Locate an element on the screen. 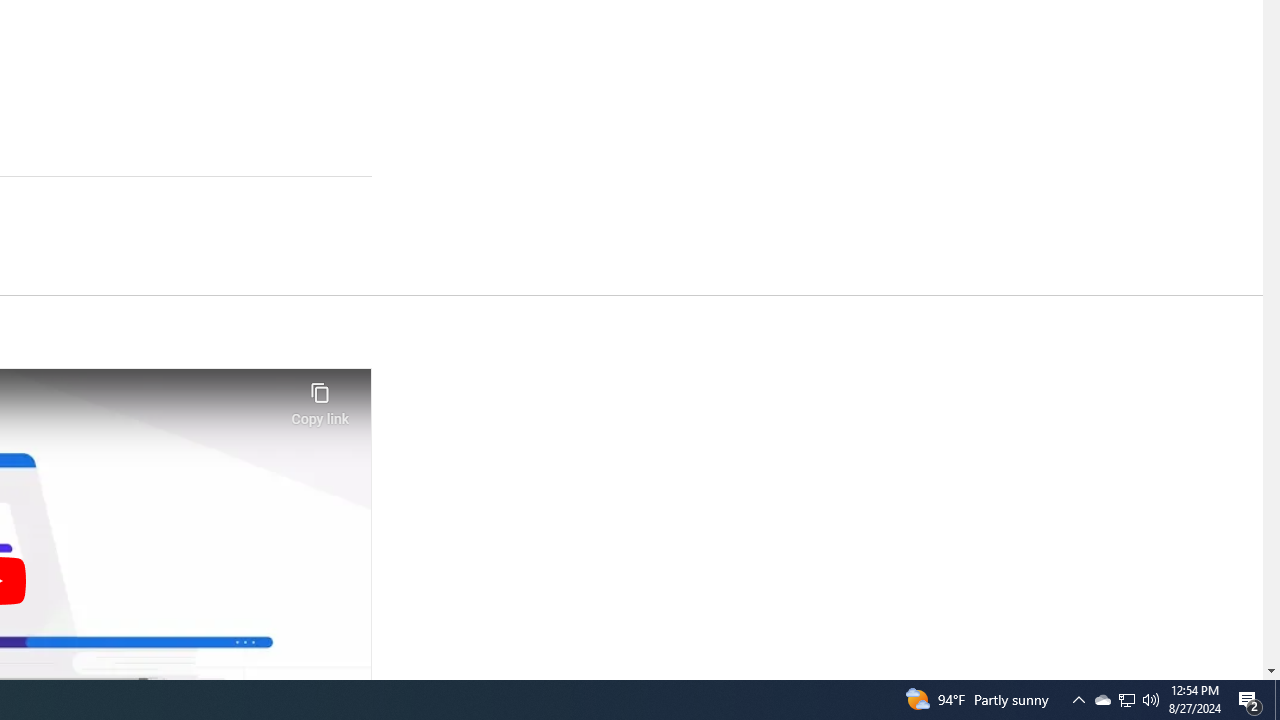 The height and width of the screenshot is (720, 1280). 'Copy link' is located at coordinates (320, 398).